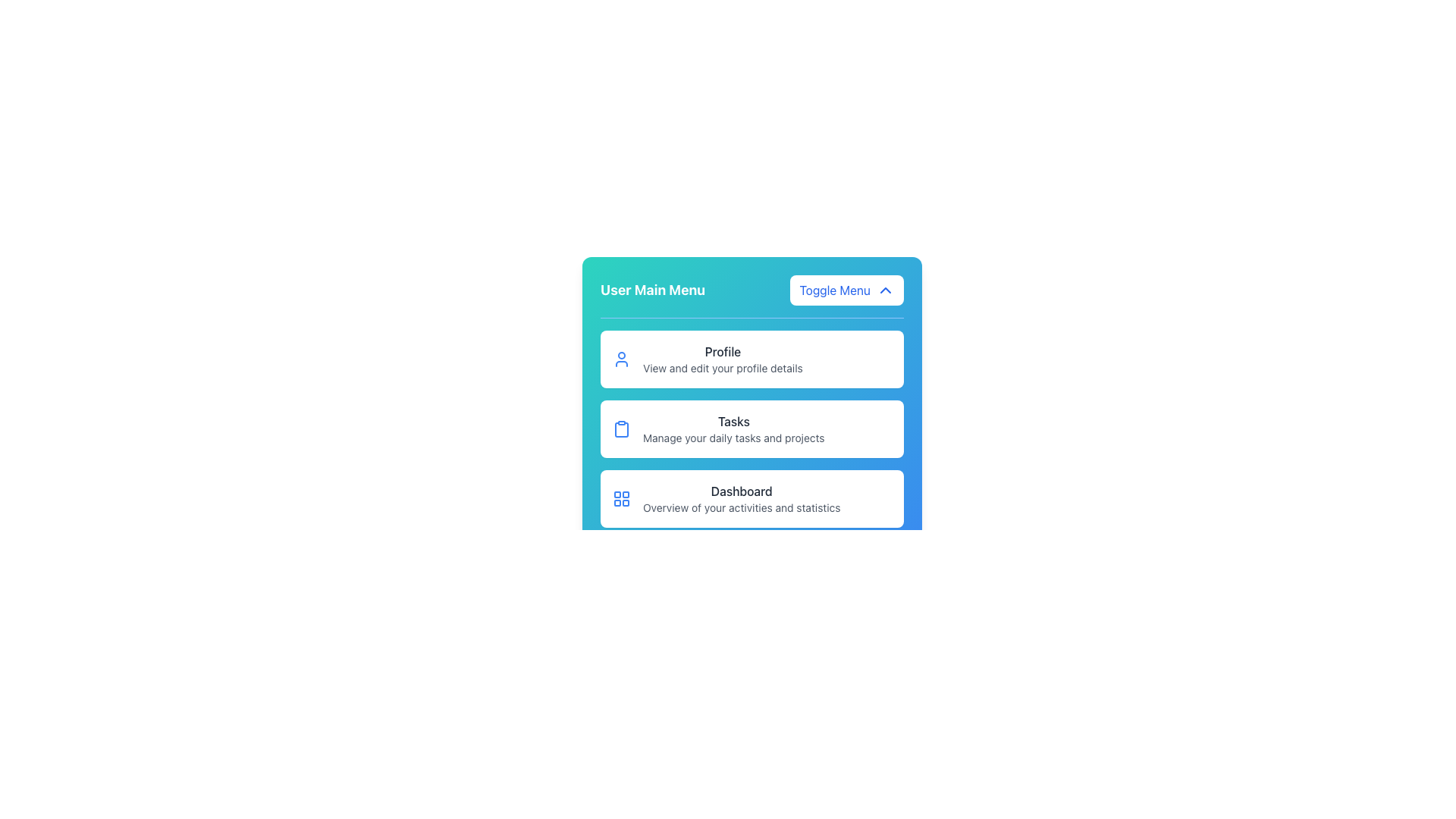  Describe the element at coordinates (752, 429) in the screenshot. I see `the second Navigation Card in the User Main Menu` at that location.